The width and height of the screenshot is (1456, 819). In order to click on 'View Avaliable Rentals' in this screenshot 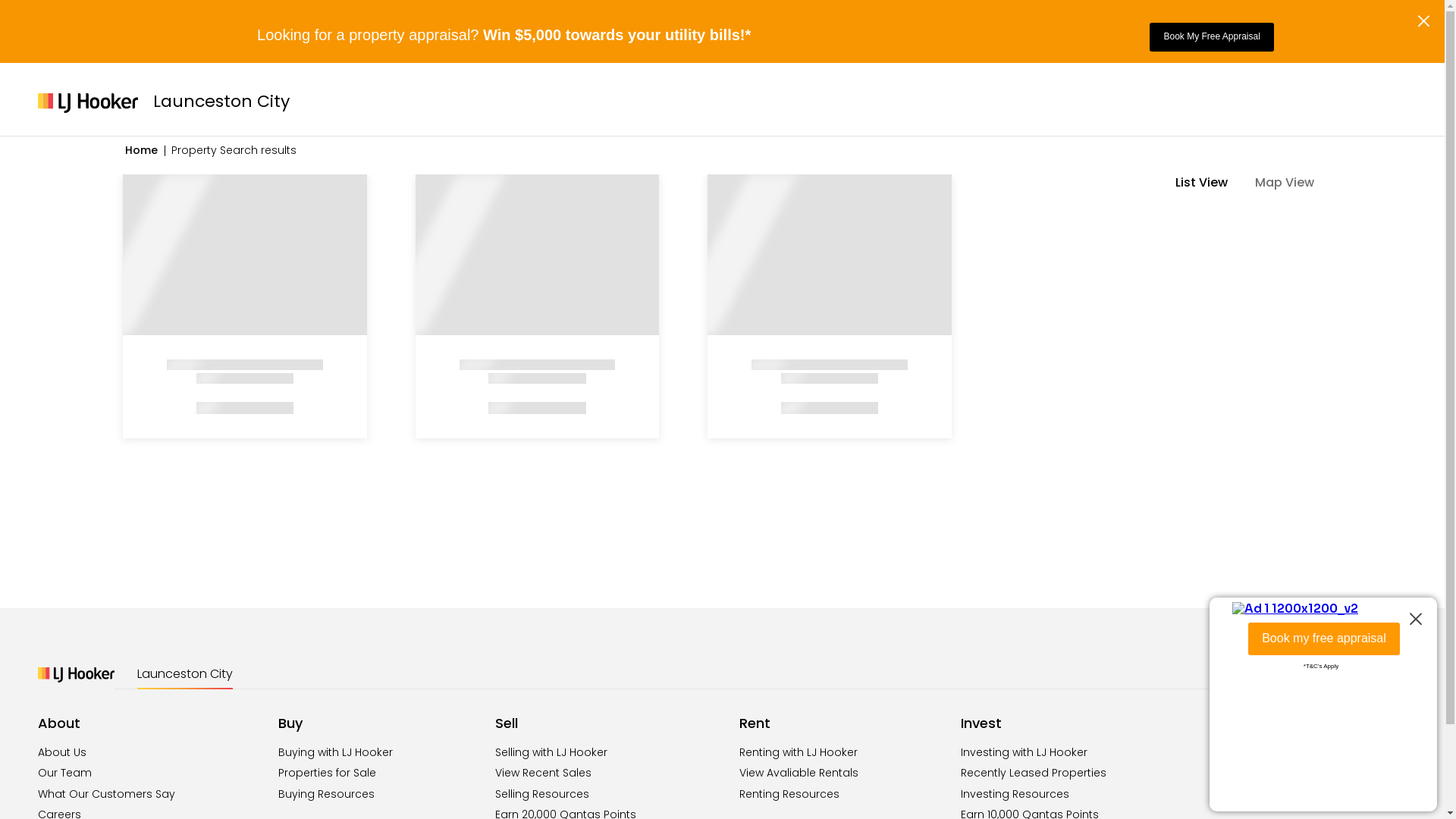, I will do `click(739, 772)`.